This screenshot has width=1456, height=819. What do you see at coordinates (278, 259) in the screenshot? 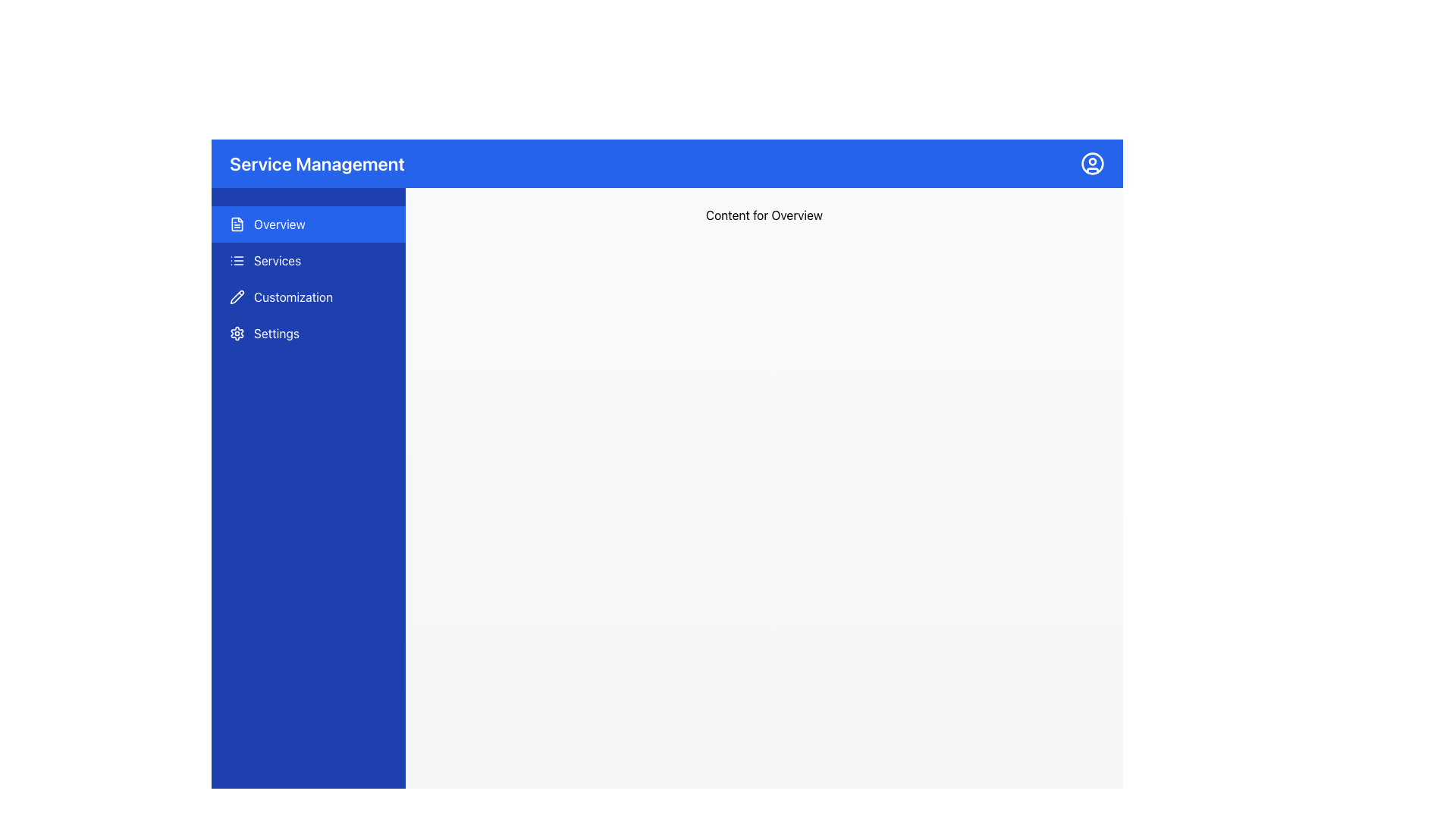
I see `the 'Services' navigation link in the sidebar menu` at bounding box center [278, 259].